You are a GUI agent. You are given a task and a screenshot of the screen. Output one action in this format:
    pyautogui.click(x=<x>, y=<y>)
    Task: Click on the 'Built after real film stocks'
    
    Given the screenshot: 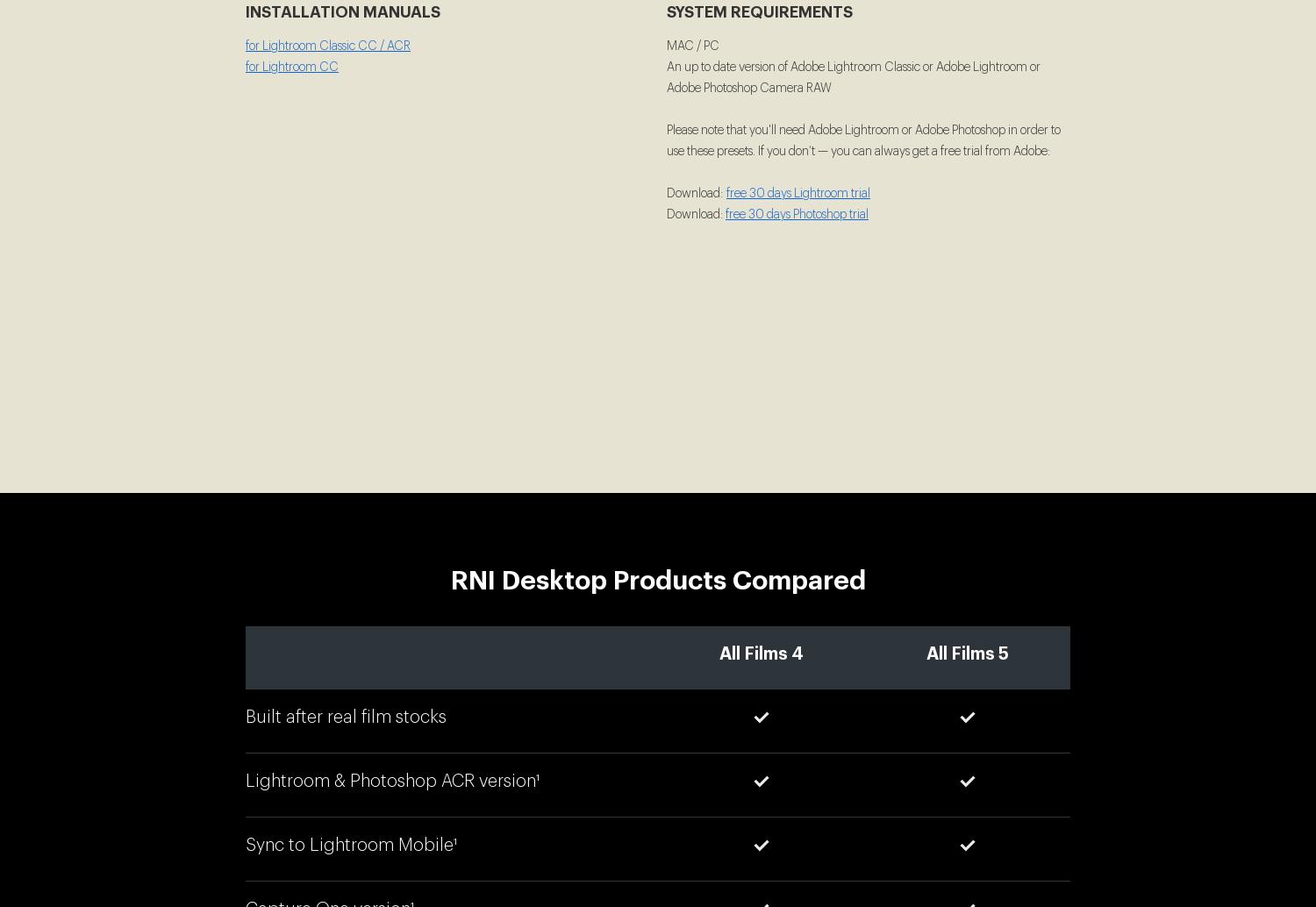 What is the action you would take?
    pyautogui.click(x=346, y=716)
    